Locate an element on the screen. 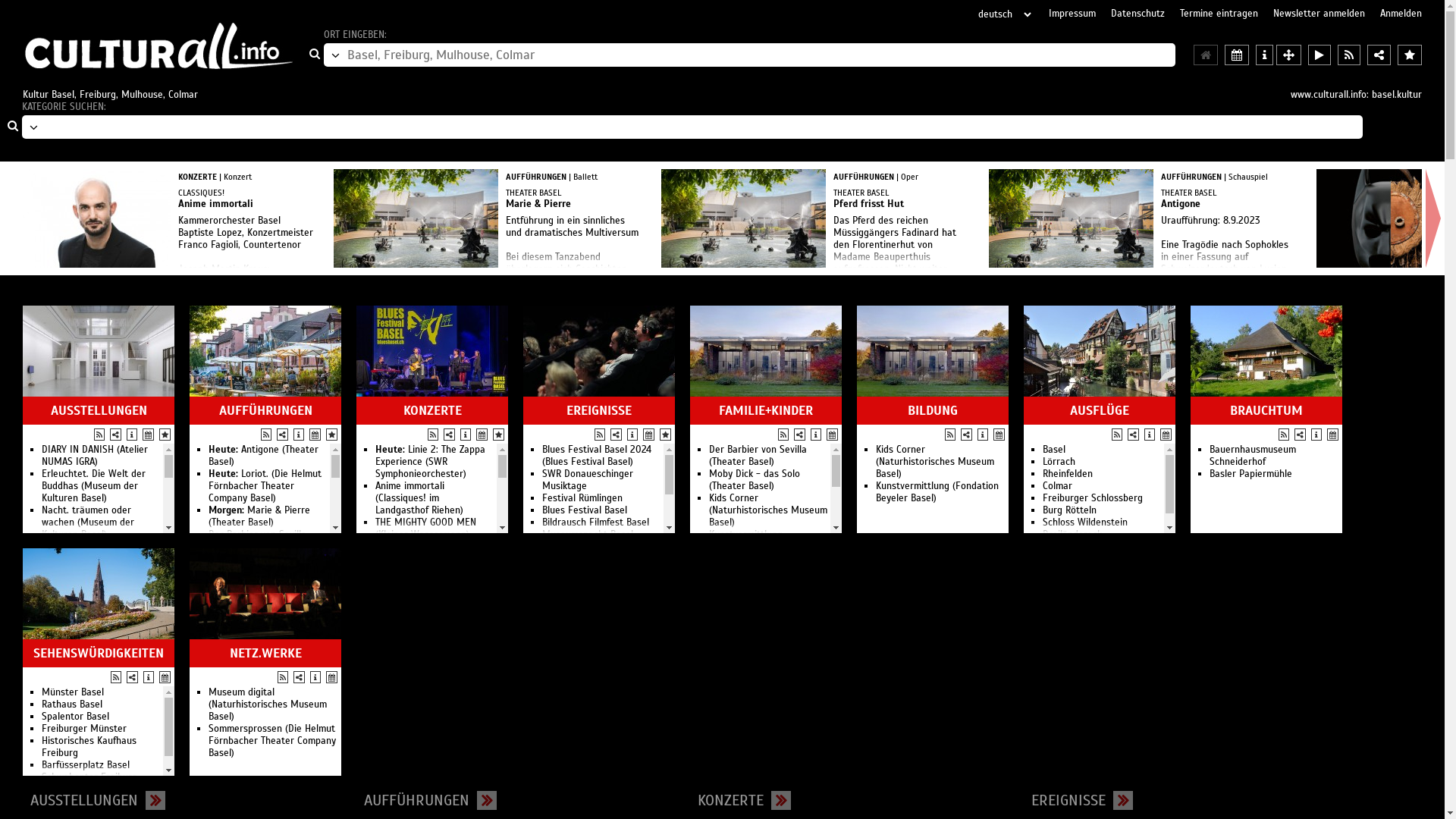  'Freiburger Schlossberg' is located at coordinates (1092, 497).